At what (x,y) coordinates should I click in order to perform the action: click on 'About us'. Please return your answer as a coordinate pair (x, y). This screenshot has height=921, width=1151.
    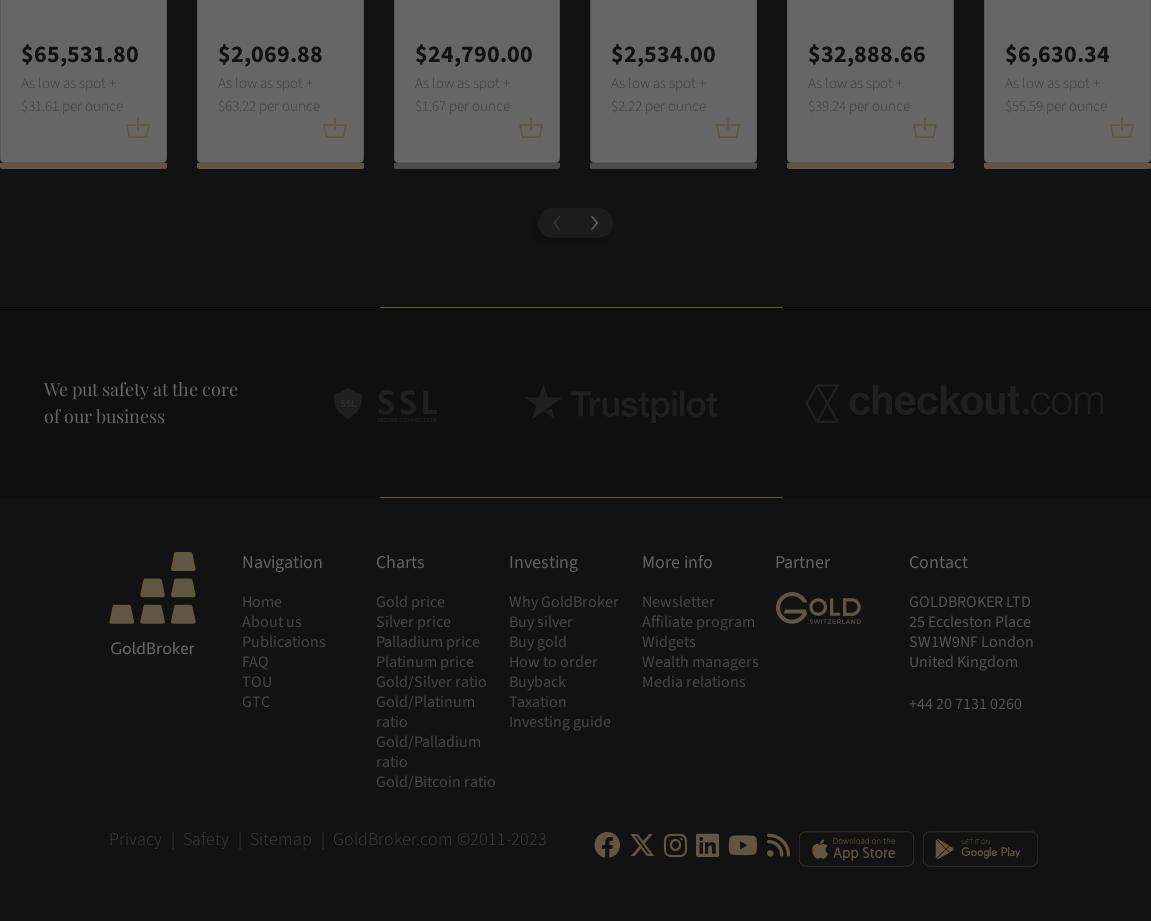
    Looking at the image, I should click on (271, 622).